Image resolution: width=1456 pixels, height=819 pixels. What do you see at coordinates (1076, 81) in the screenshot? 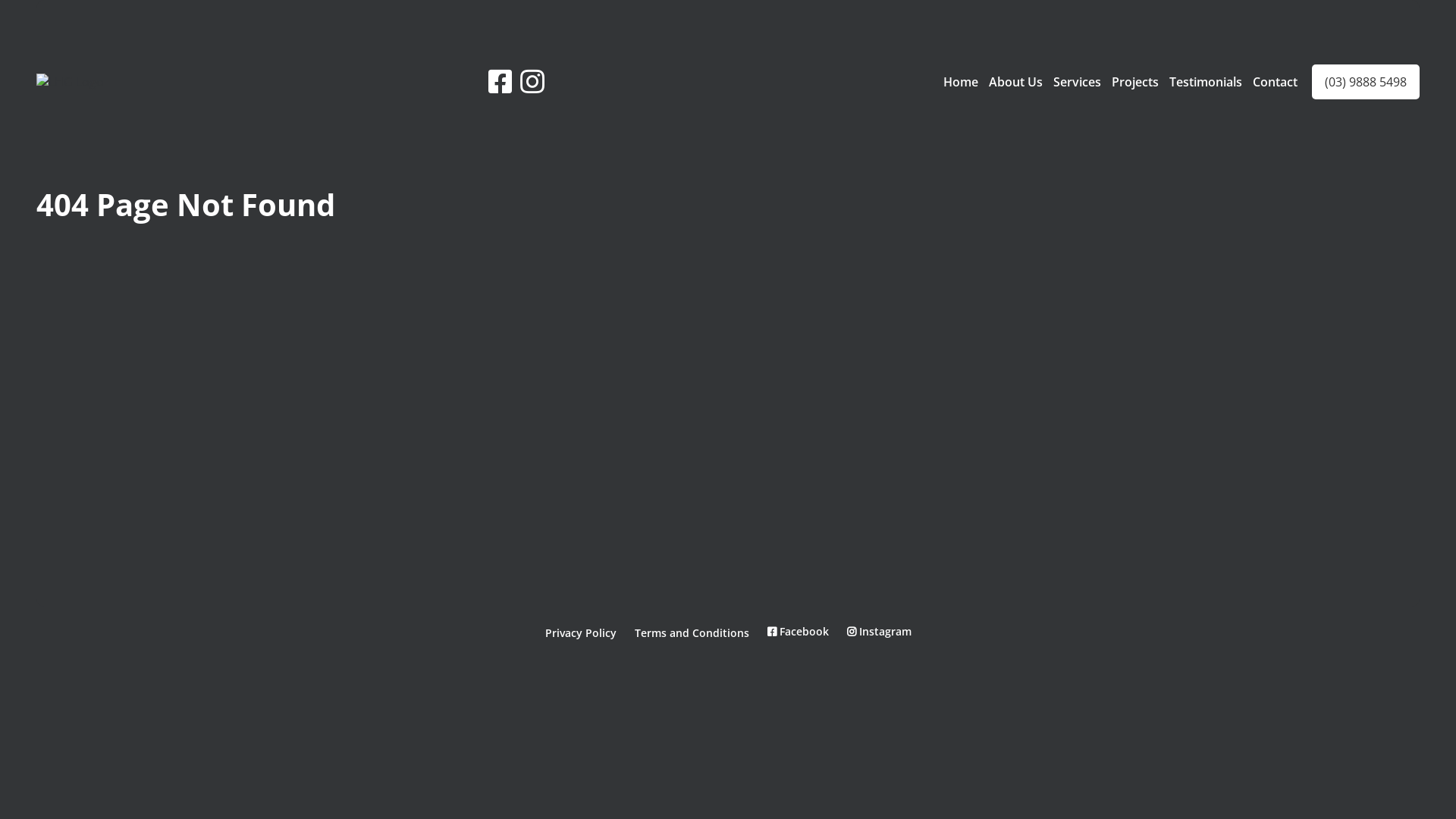
I see `'Services'` at bounding box center [1076, 81].